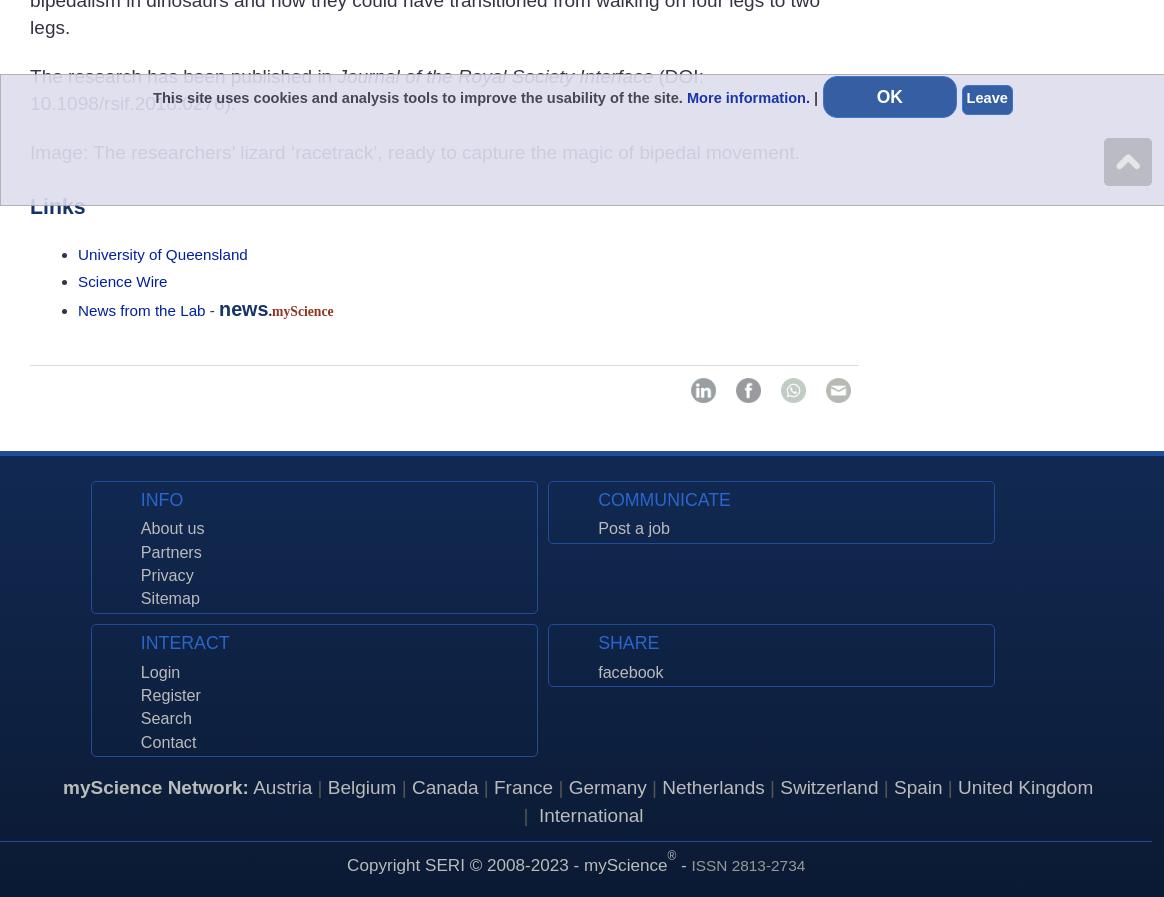  I want to click on 'Netherlands', so click(712, 787).